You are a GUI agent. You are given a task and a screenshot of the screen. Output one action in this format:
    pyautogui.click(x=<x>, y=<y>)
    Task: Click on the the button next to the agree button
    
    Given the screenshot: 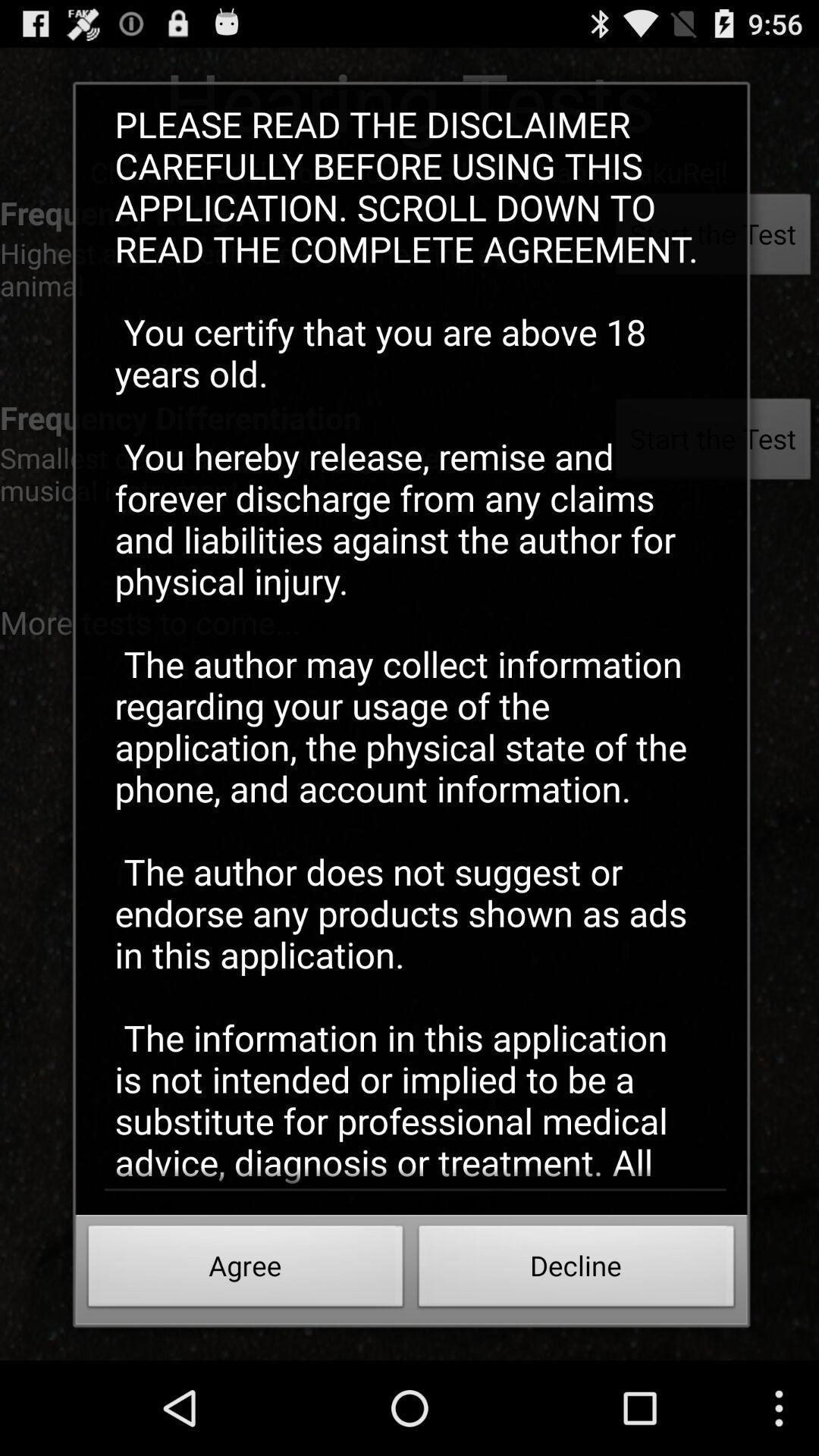 What is the action you would take?
    pyautogui.click(x=576, y=1270)
    